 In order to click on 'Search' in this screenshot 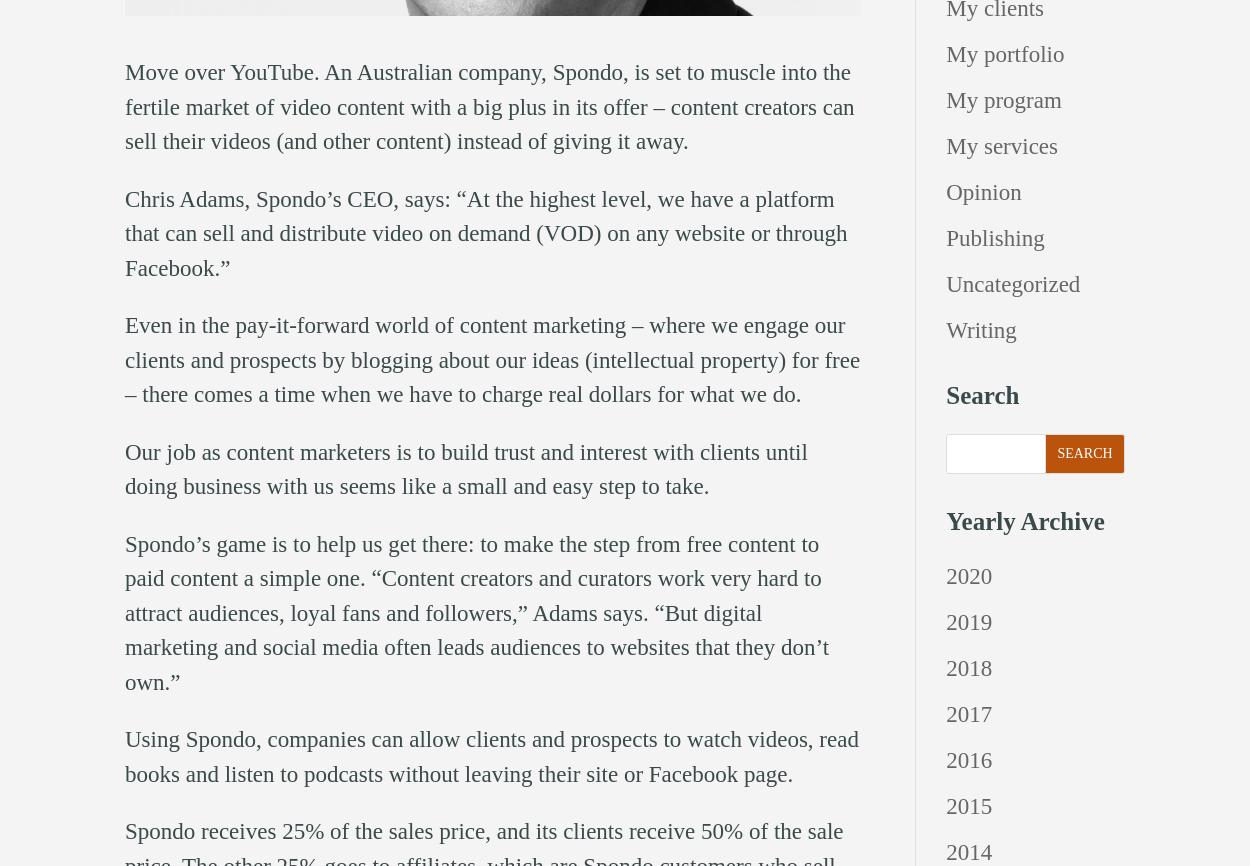, I will do `click(945, 394)`.